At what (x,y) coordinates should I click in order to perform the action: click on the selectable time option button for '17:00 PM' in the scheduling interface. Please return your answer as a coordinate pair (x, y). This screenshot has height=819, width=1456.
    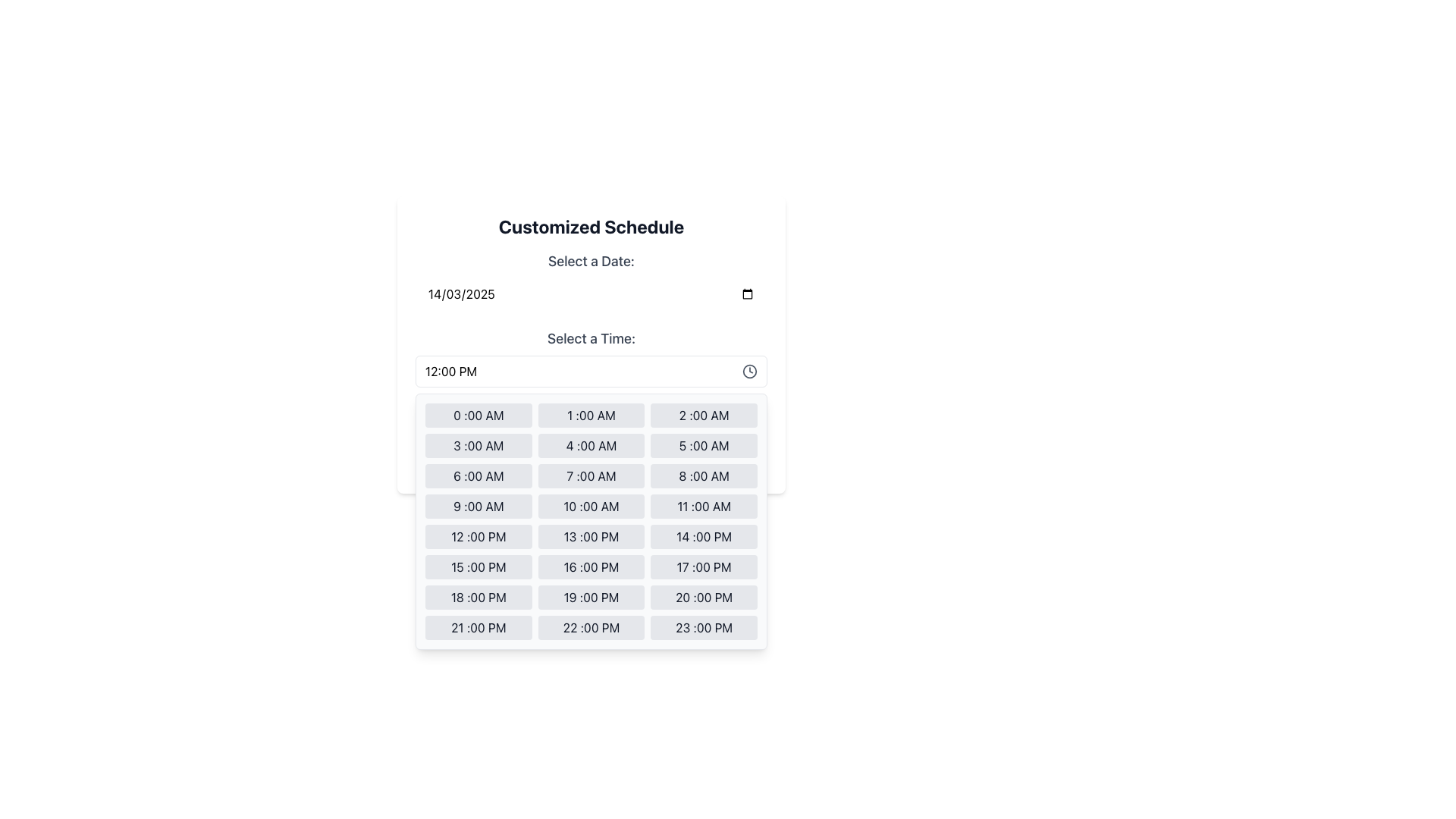
    Looking at the image, I should click on (703, 567).